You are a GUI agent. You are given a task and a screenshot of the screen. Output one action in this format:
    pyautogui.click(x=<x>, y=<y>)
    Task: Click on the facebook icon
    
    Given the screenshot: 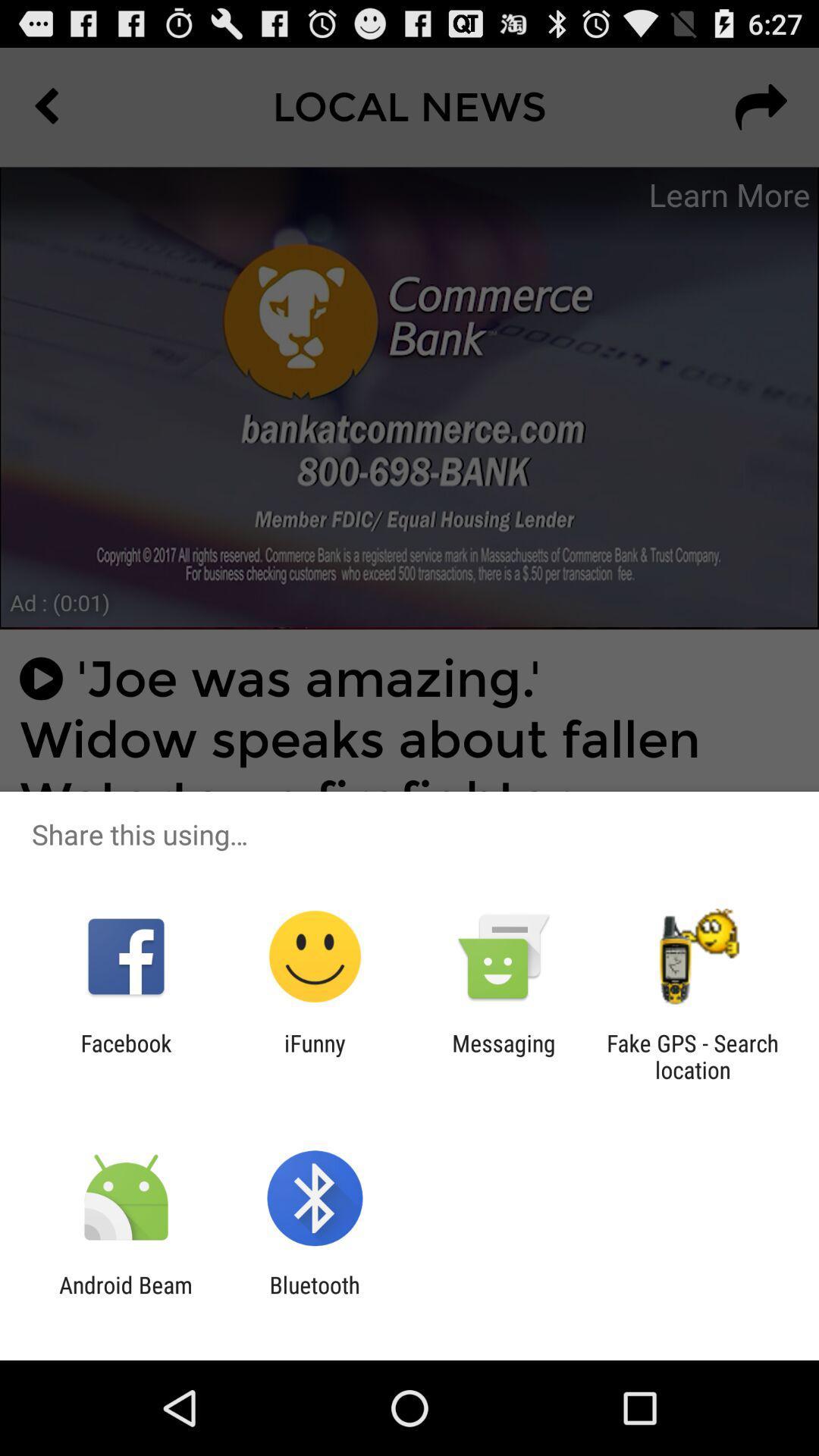 What is the action you would take?
    pyautogui.click(x=125, y=1056)
    